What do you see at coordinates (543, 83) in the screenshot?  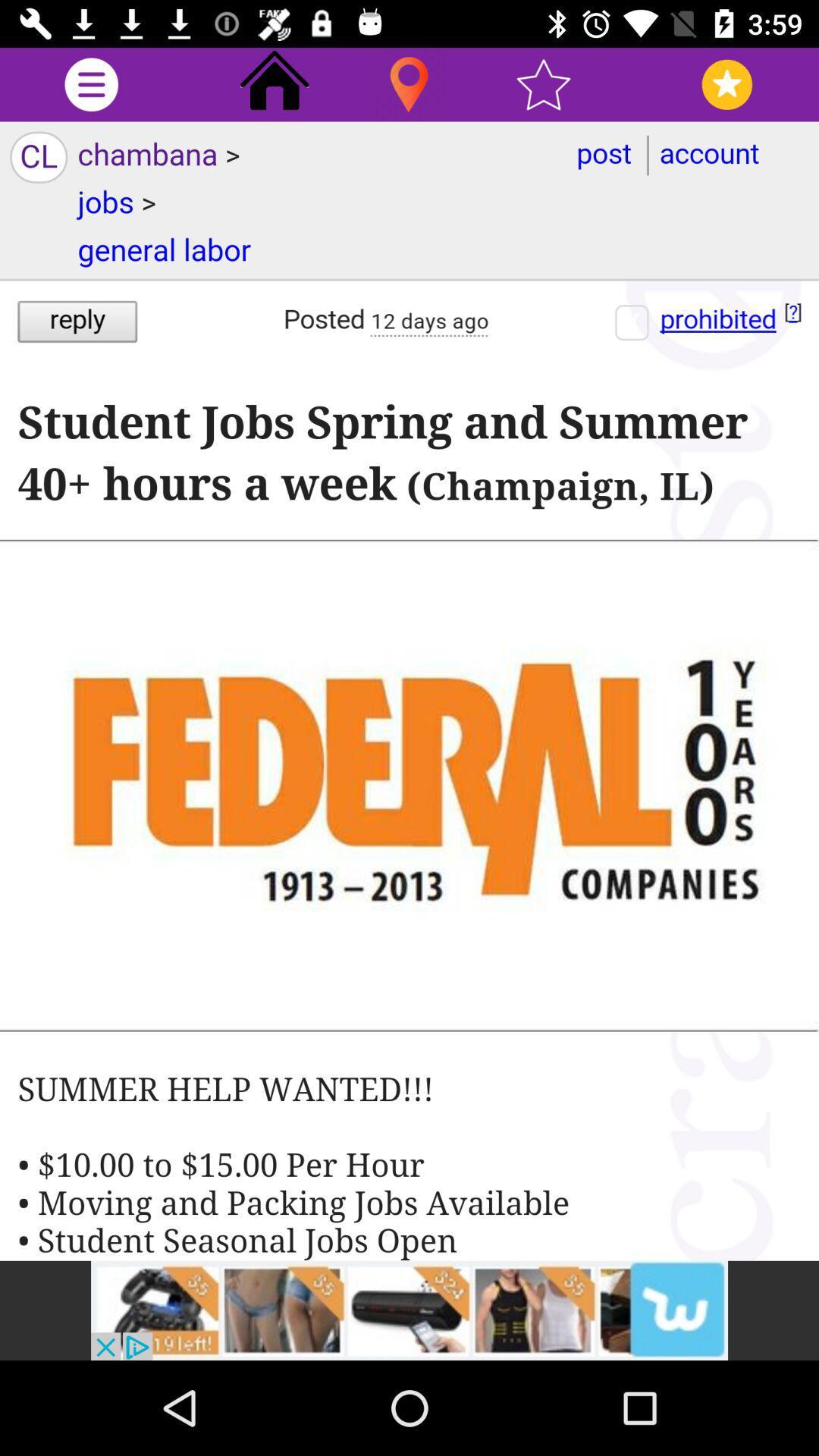 I see `star button` at bounding box center [543, 83].